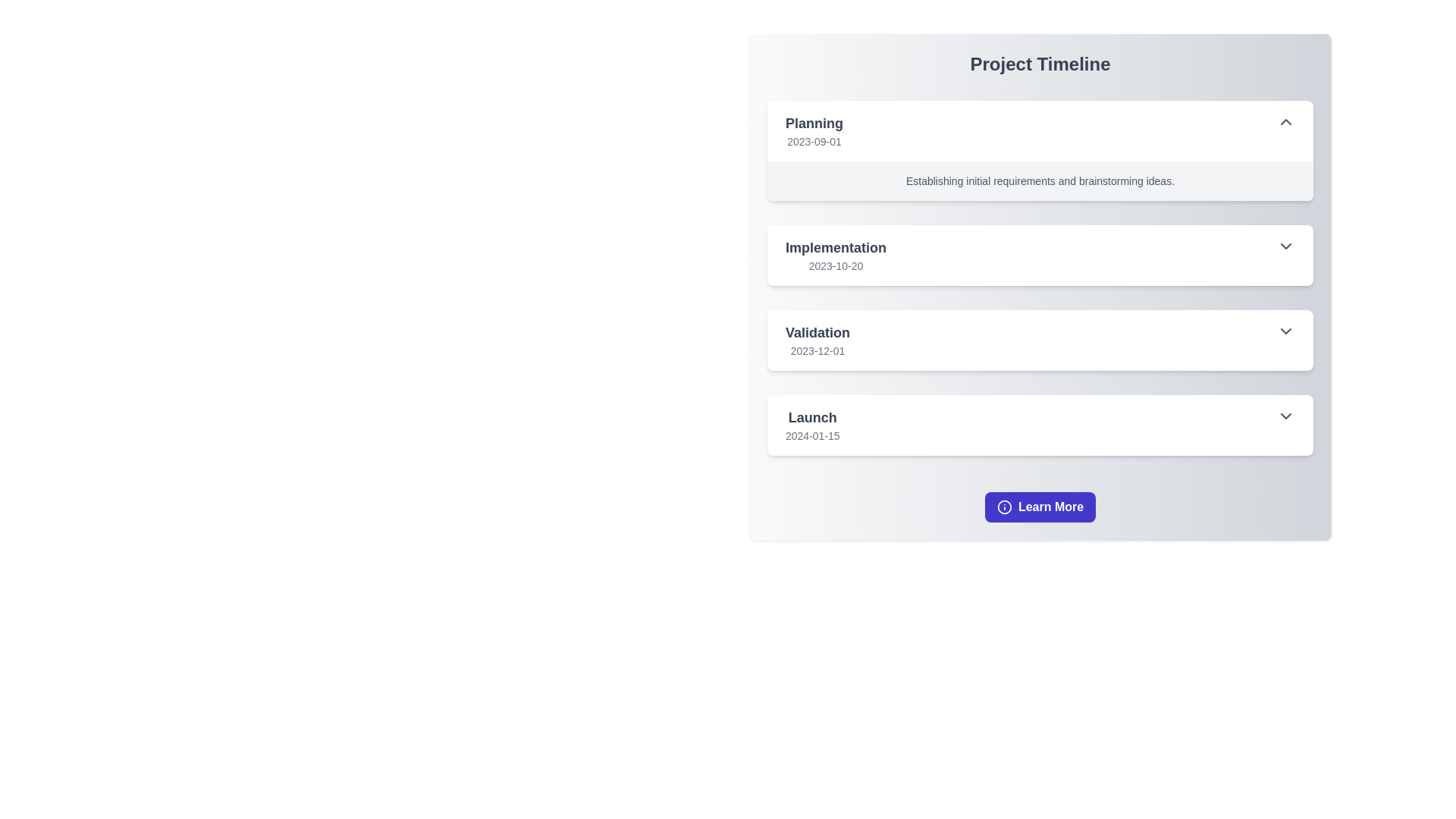  What do you see at coordinates (1285, 330) in the screenshot?
I see `the downward-facing chevron icon in the 'Validation' entry` at bounding box center [1285, 330].